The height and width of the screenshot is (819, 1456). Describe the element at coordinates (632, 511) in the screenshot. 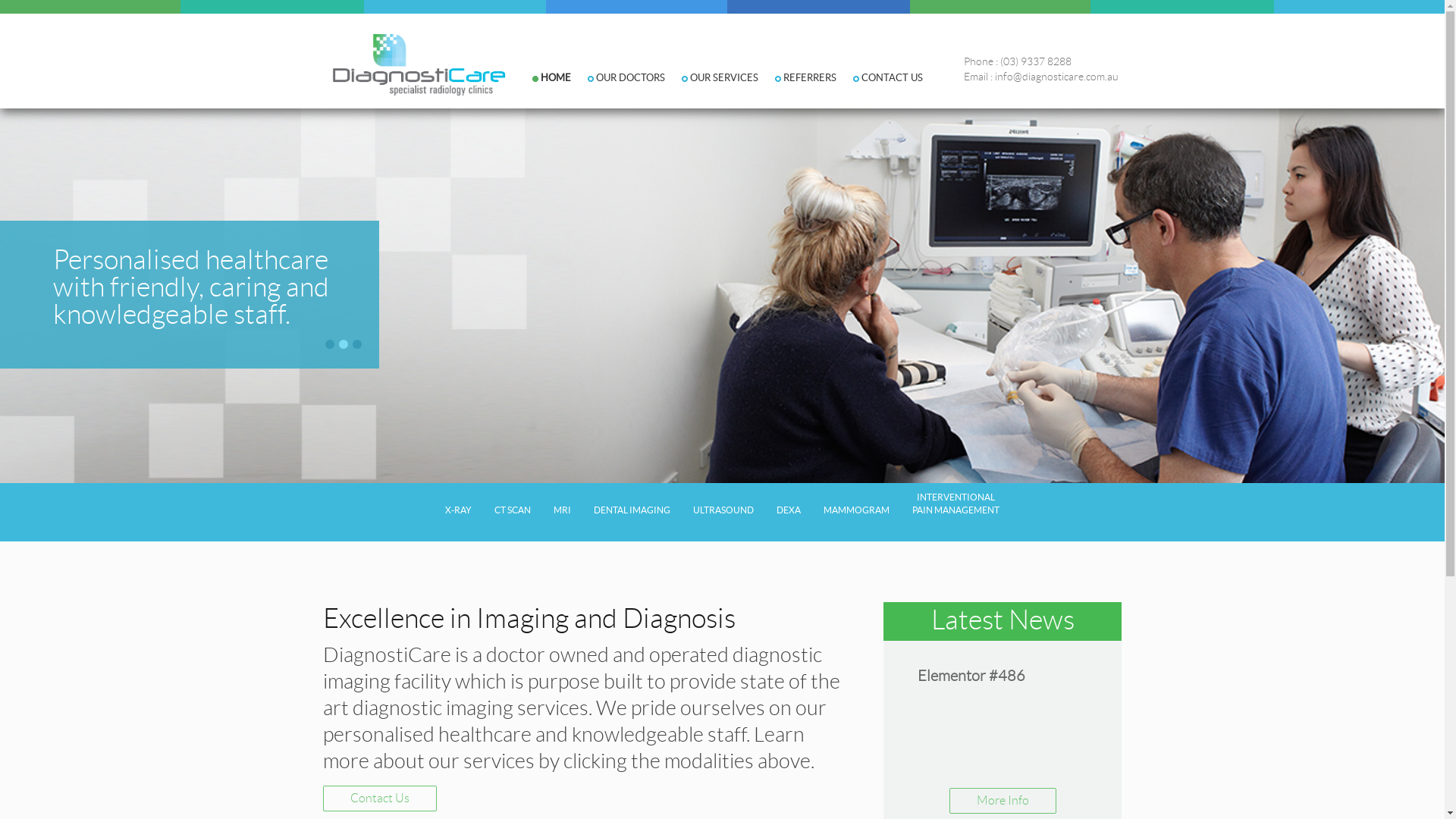

I see `'DENTAL IMAGING'` at that location.